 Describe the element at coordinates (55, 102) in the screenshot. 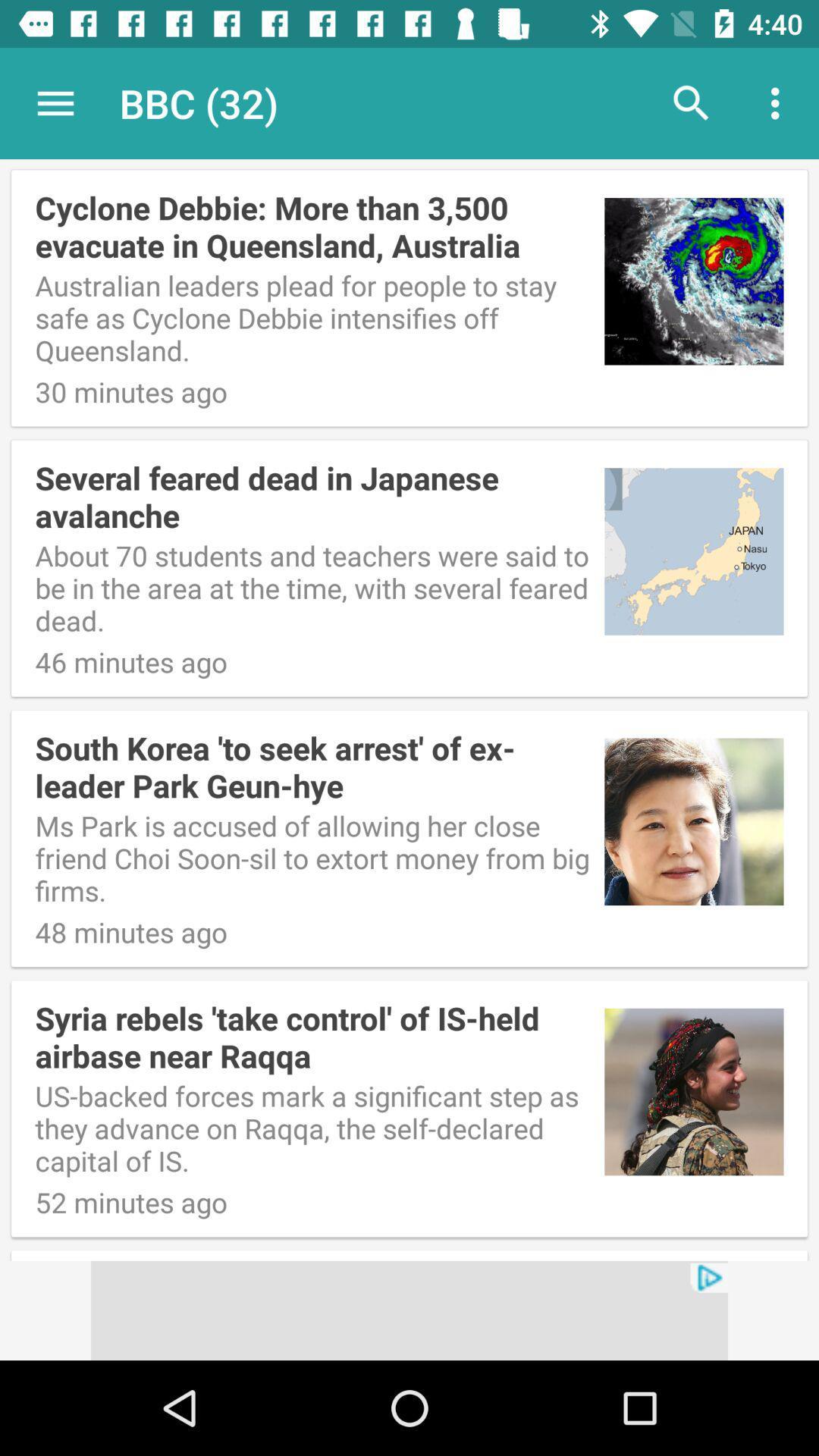

I see `icon above cyclone debbie more app` at that location.